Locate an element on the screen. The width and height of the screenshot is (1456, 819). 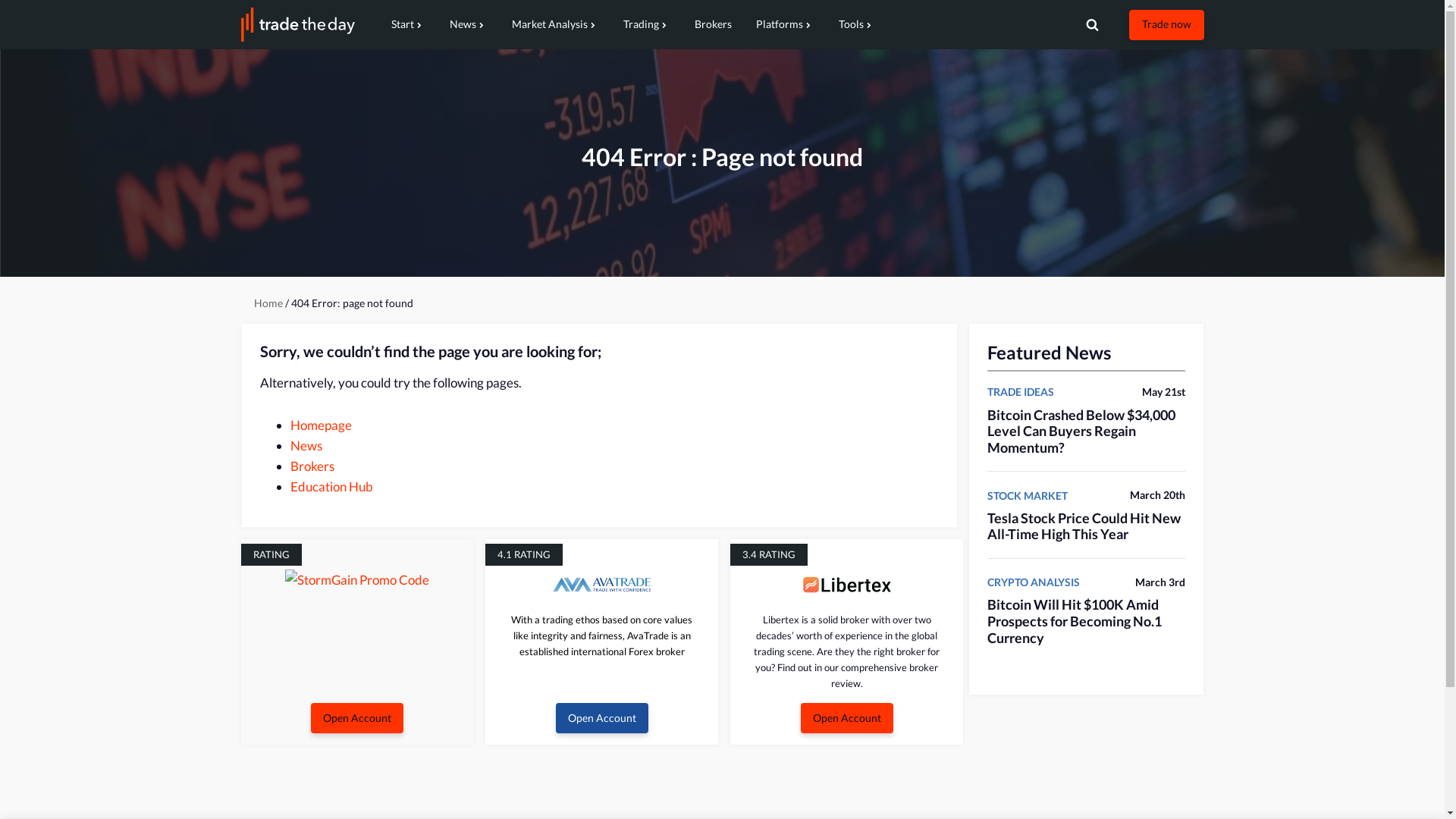
'Trading' is located at coordinates (647, 24).